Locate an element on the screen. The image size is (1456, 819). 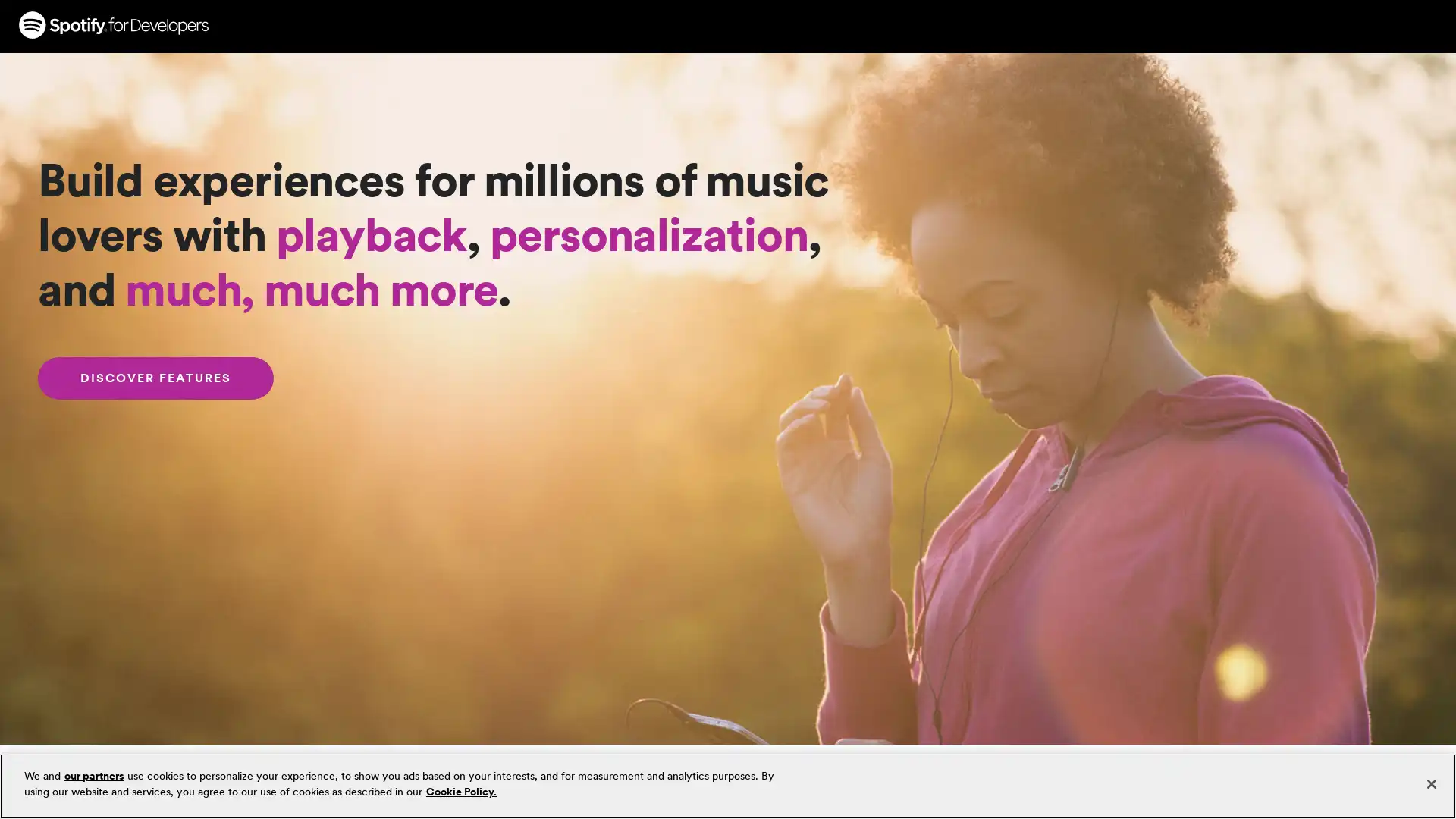
Close is located at coordinates (1430, 783).